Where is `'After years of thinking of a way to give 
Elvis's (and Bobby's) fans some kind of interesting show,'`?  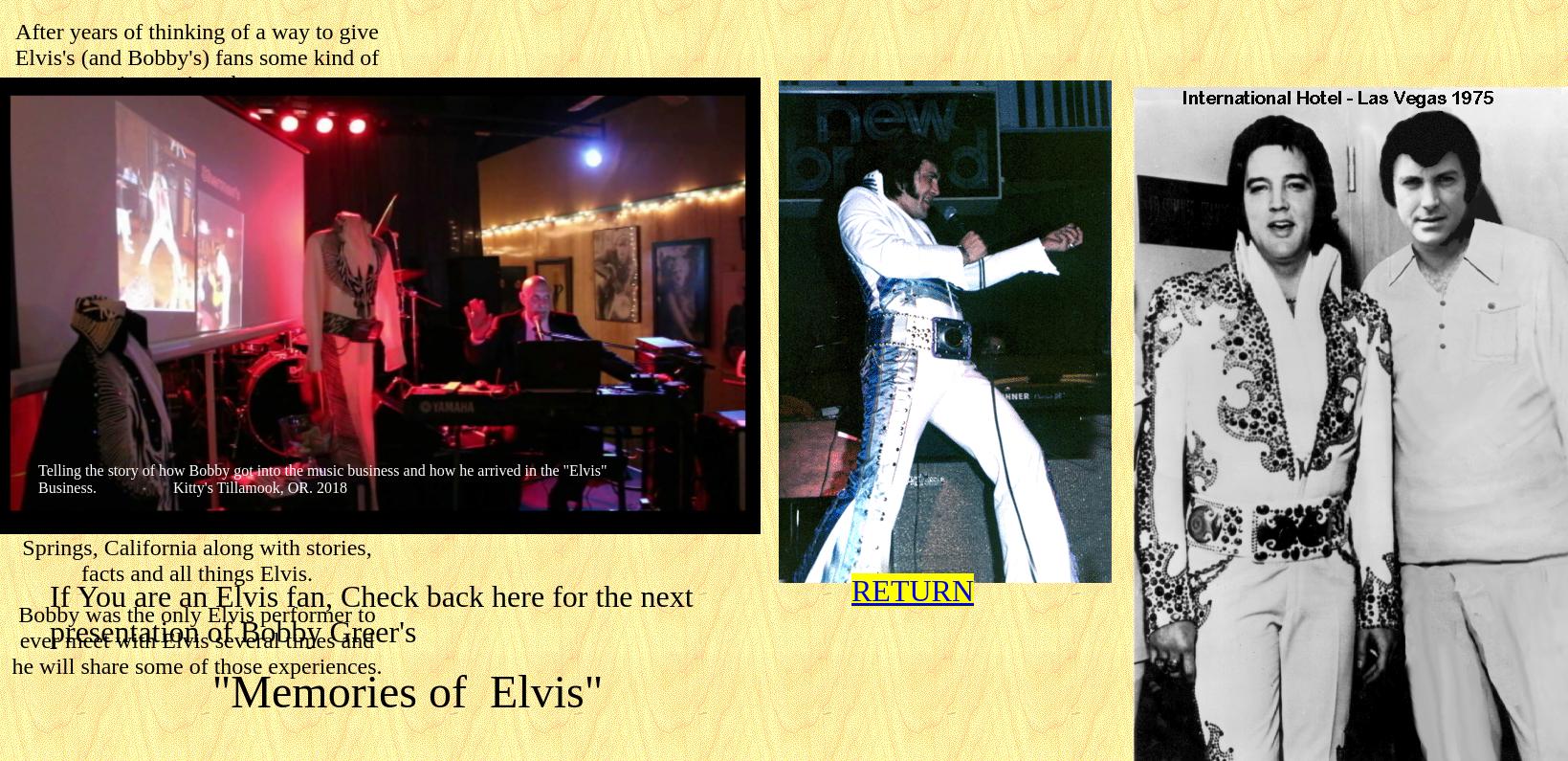
'After years of thinking of a way to give 
Elvis's (and Bobby's) fans some kind of interesting show,' is located at coordinates (14, 57).